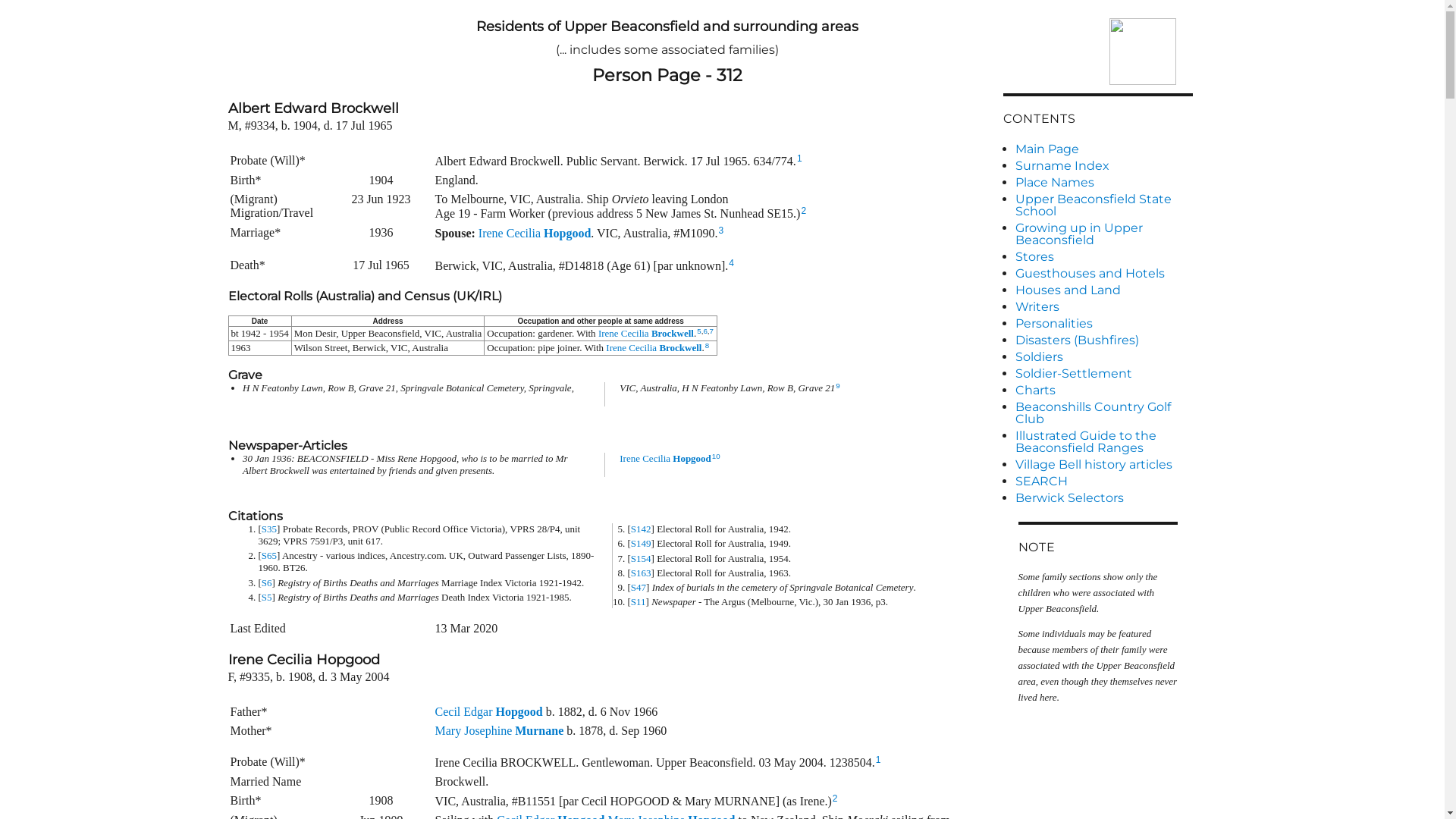 Image resolution: width=1456 pixels, height=819 pixels. What do you see at coordinates (1103, 234) in the screenshot?
I see `'Growing up in Upper Beaconsfield'` at bounding box center [1103, 234].